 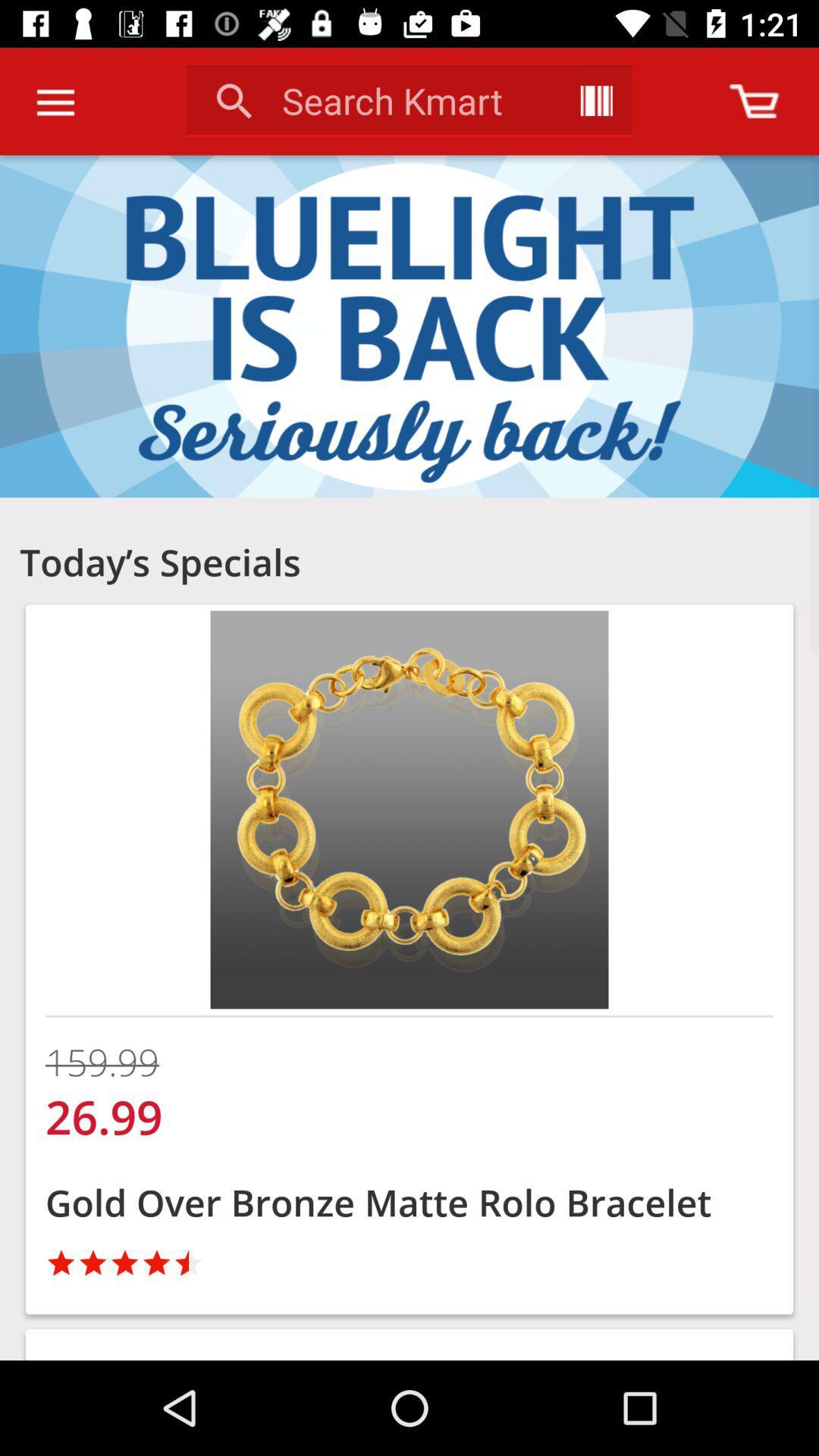 I want to click on cart option, so click(x=754, y=100).